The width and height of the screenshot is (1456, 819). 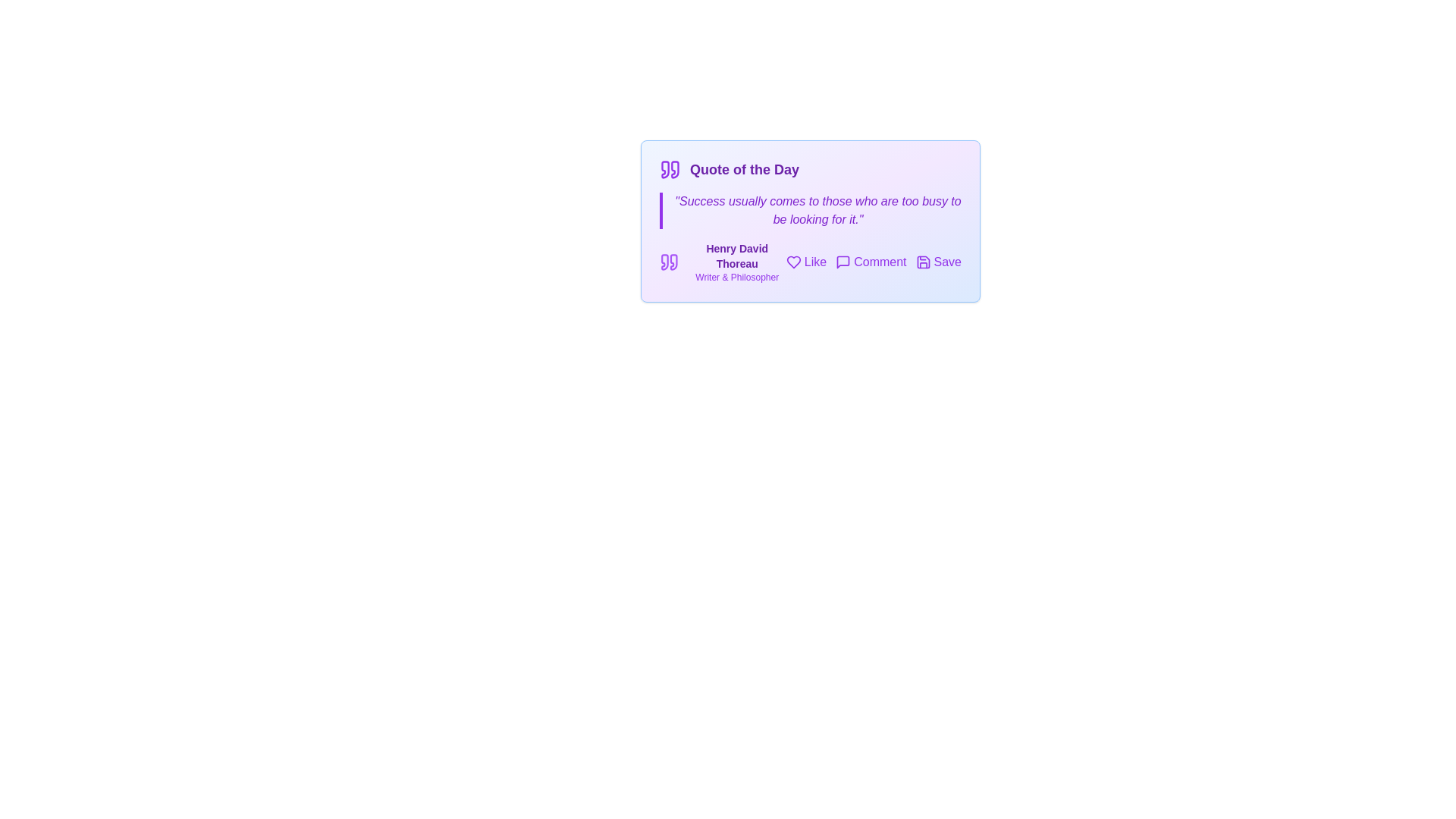 What do you see at coordinates (874, 262) in the screenshot?
I see `the 'Comment' button, which is the second option` at bounding box center [874, 262].